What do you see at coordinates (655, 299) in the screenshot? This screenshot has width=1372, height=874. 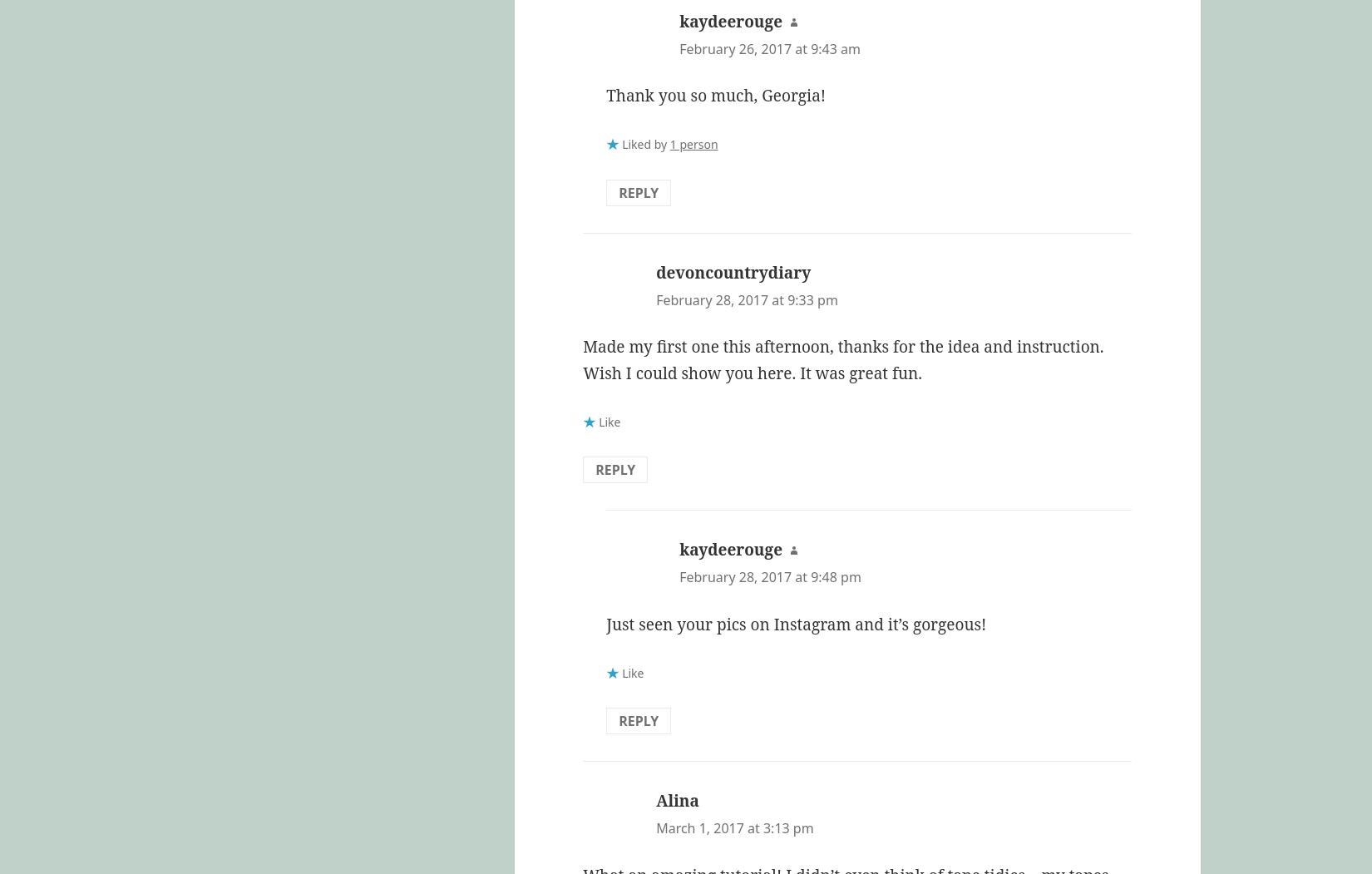 I see `'February 28, 2017 at 9:33 pm'` at bounding box center [655, 299].